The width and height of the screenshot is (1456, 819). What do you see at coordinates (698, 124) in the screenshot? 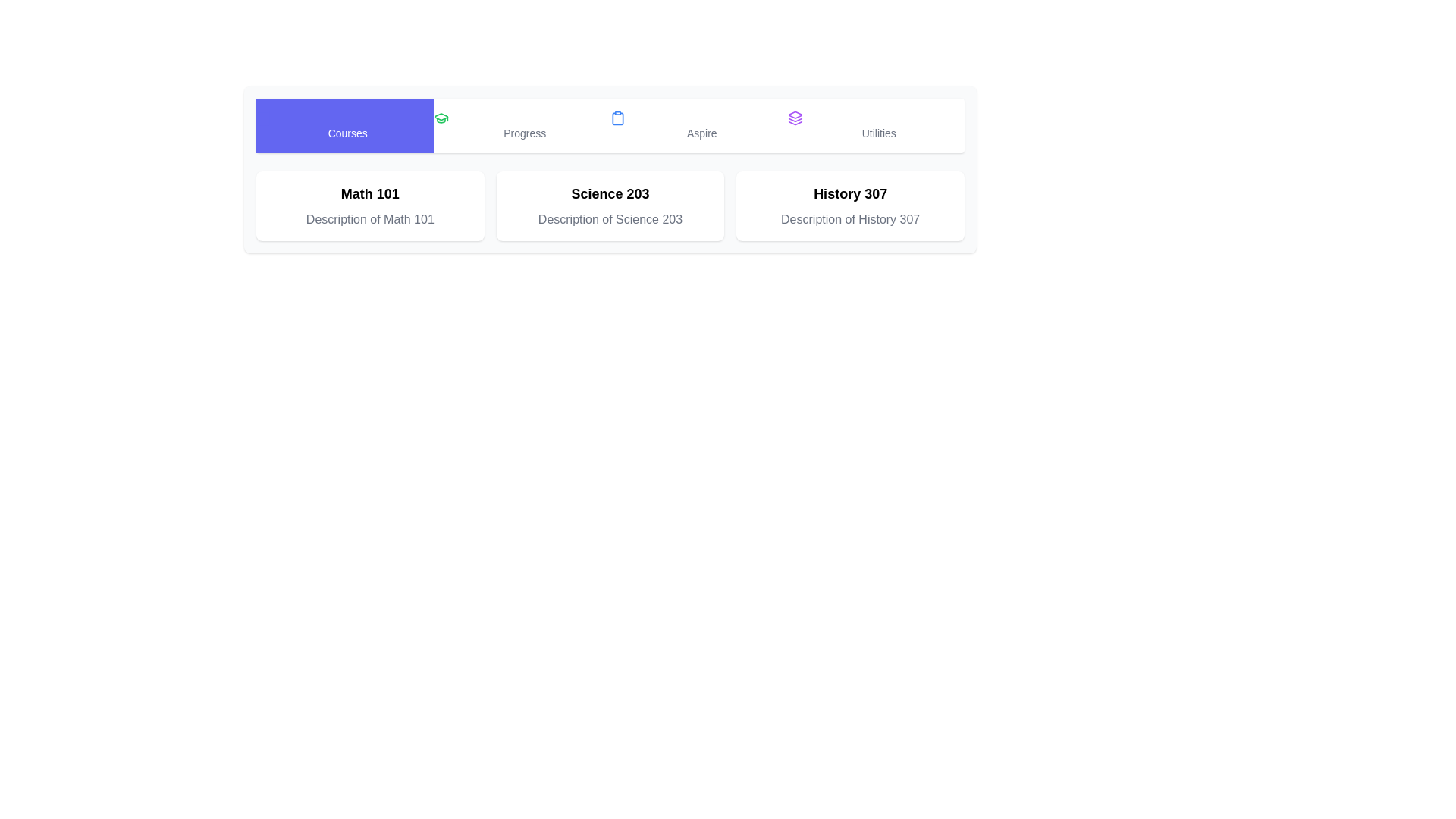
I see `the 'Aspire' button located between the 'Progress' and 'Utilities' sections in the navigation list` at bounding box center [698, 124].